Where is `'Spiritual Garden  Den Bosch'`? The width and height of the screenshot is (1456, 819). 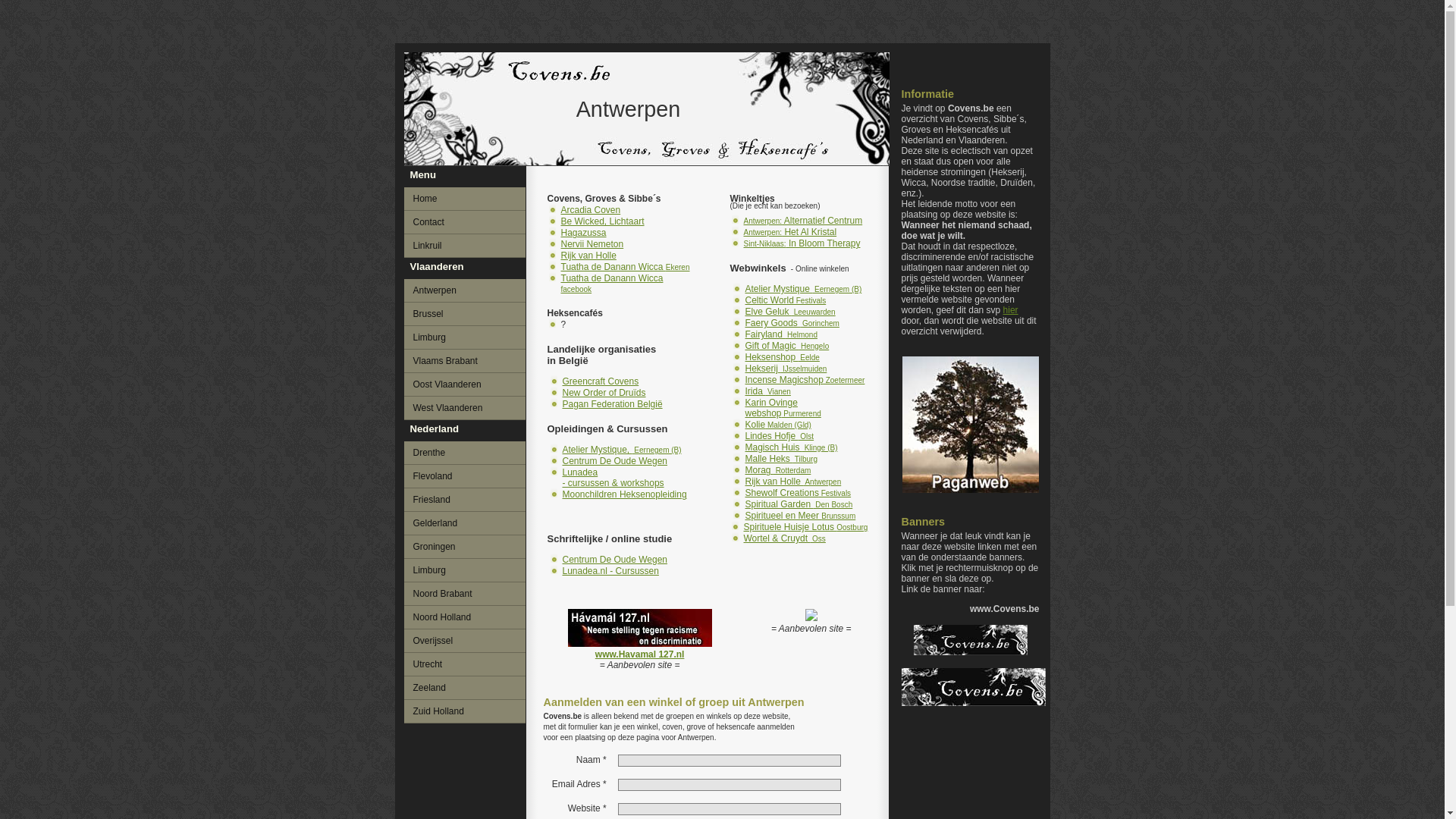
'Spiritual Garden  Den Bosch' is located at coordinates (797, 504).